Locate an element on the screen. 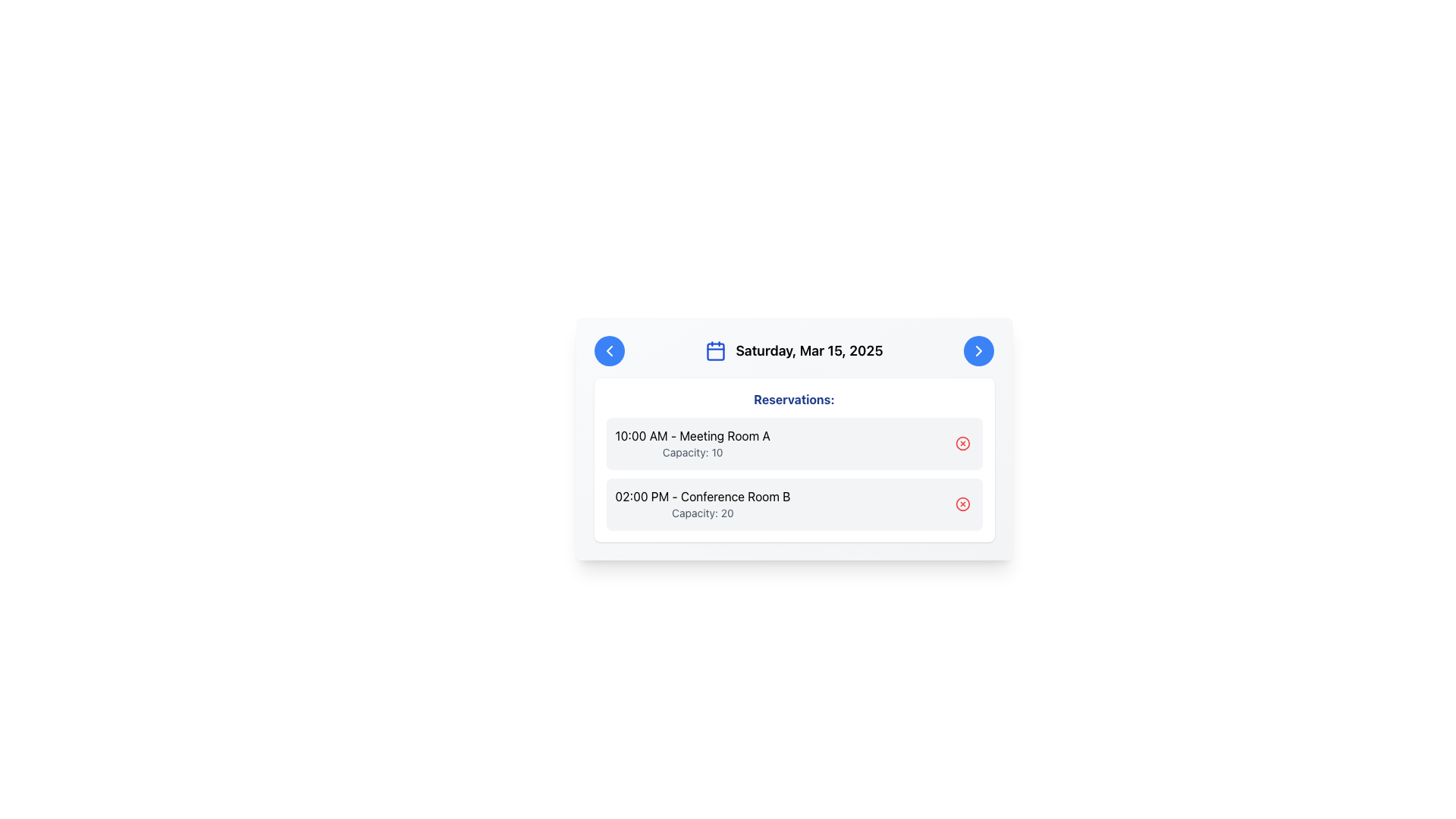  the second reservation block displaying scheduling details for a reservation, located below the '10:00 AM - Meeting Room A' block is located at coordinates (701, 504).